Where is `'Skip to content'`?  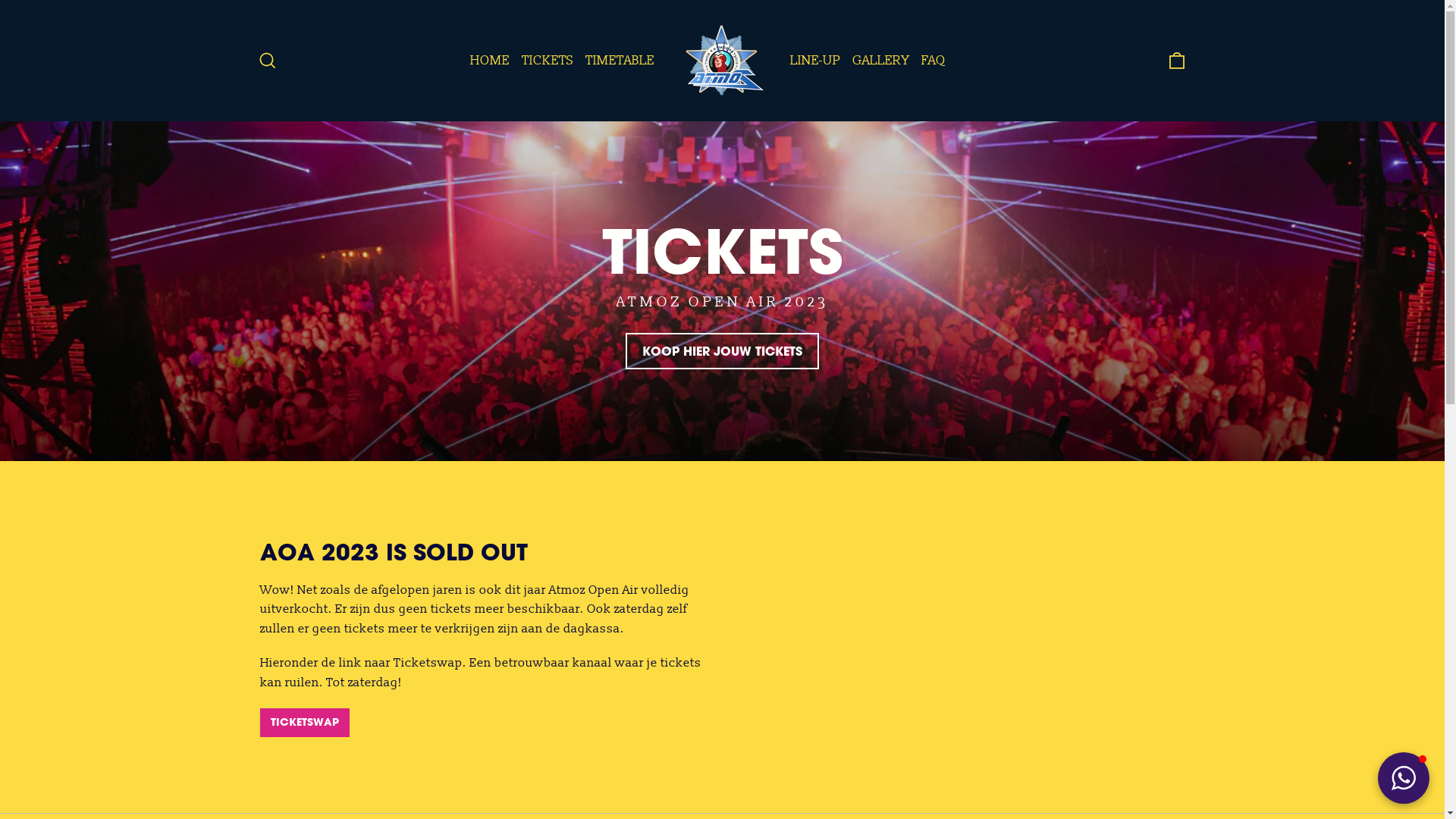 'Skip to content' is located at coordinates (0, 0).